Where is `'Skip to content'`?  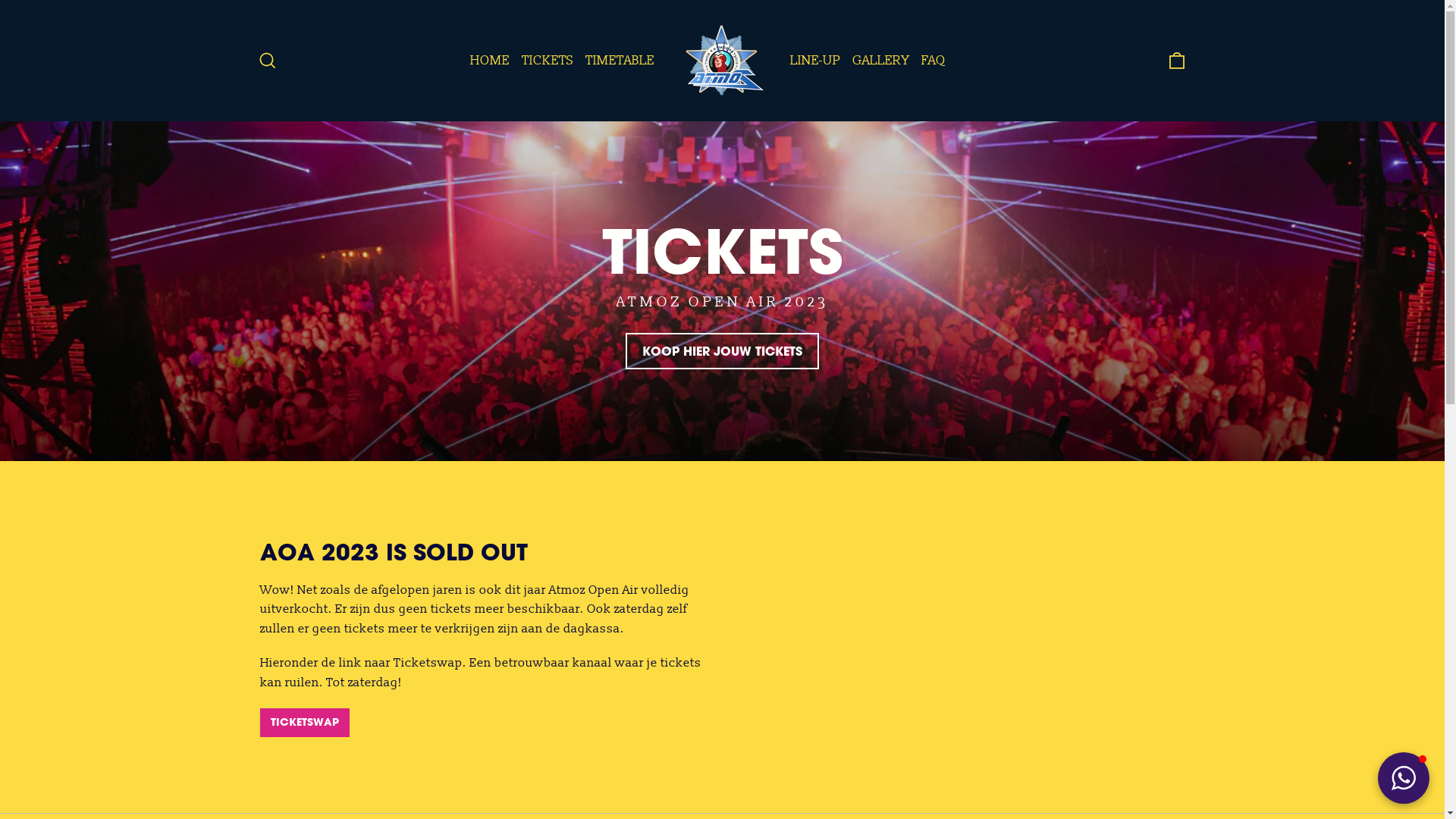 'Skip to content' is located at coordinates (0, 0).